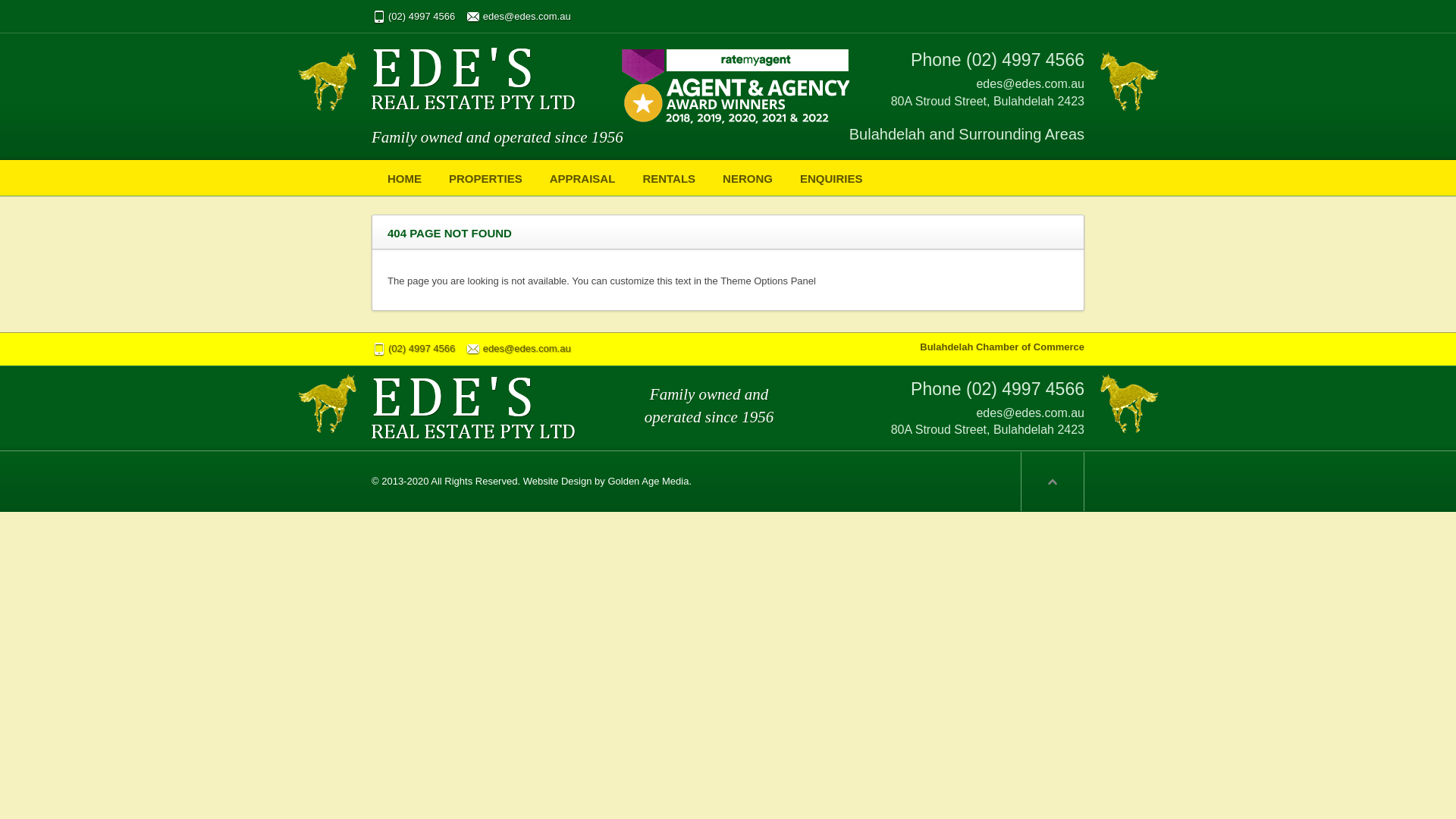 The height and width of the screenshot is (819, 1456). What do you see at coordinates (1002, 347) in the screenshot?
I see `'Bulahdelah Chamber of Commerce'` at bounding box center [1002, 347].